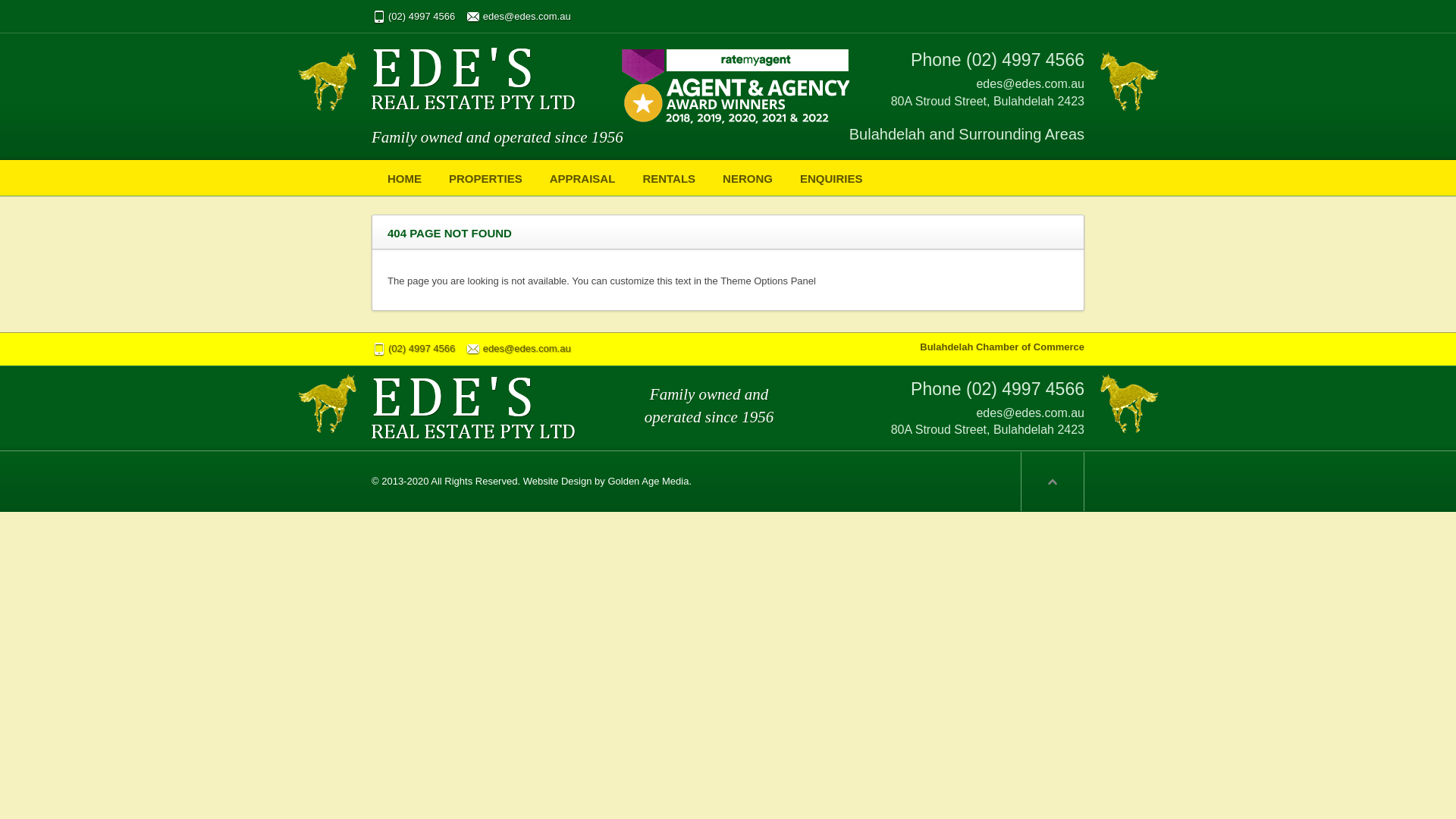 The height and width of the screenshot is (819, 1456). What do you see at coordinates (1002, 347) in the screenshot?
I see `'Bulahdelah Chamber of Commerce'` at bounding box center [1002, 347].